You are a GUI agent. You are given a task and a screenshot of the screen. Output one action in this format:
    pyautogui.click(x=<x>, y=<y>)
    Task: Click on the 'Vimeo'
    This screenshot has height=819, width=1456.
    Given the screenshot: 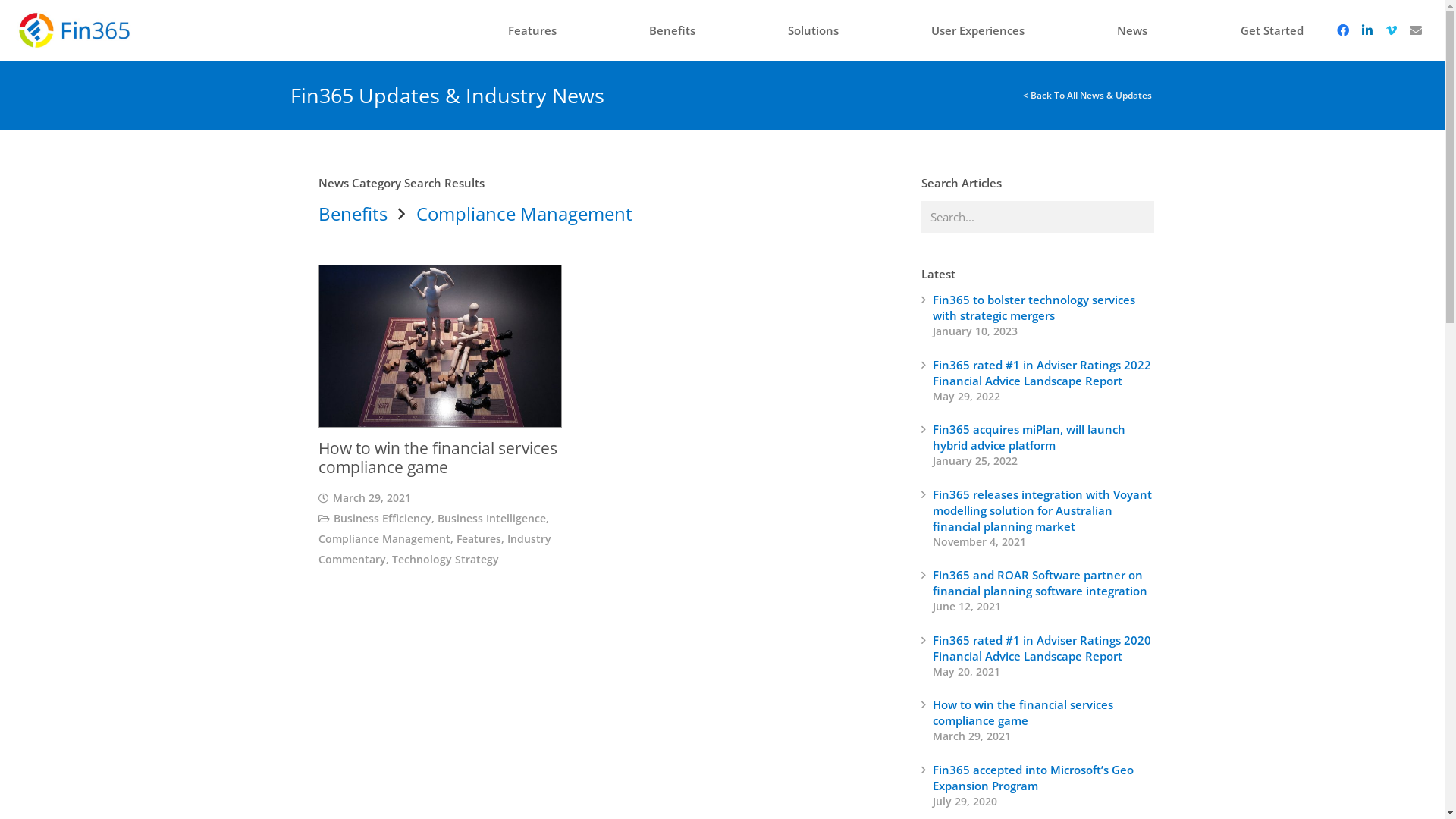 What is the action you would take?
    pyautogui.click(x=1379, y=30)
    